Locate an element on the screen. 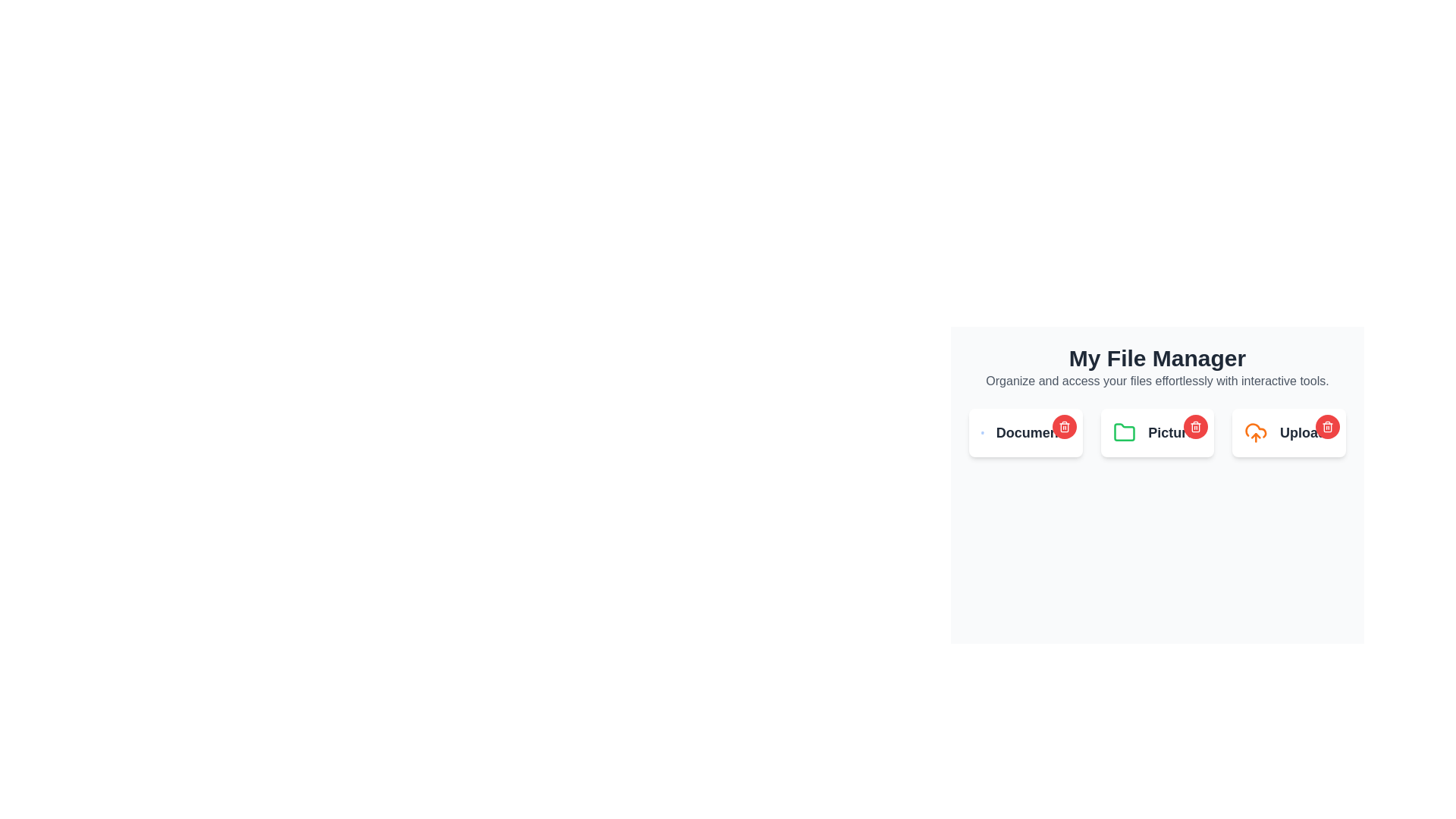 The height and width of the screenshot is (819, 1456). the blue file icon with a sleek design located within the 'Documents' group, positioned to the left of the text 'Documents' is located at coordinates (982, 432).